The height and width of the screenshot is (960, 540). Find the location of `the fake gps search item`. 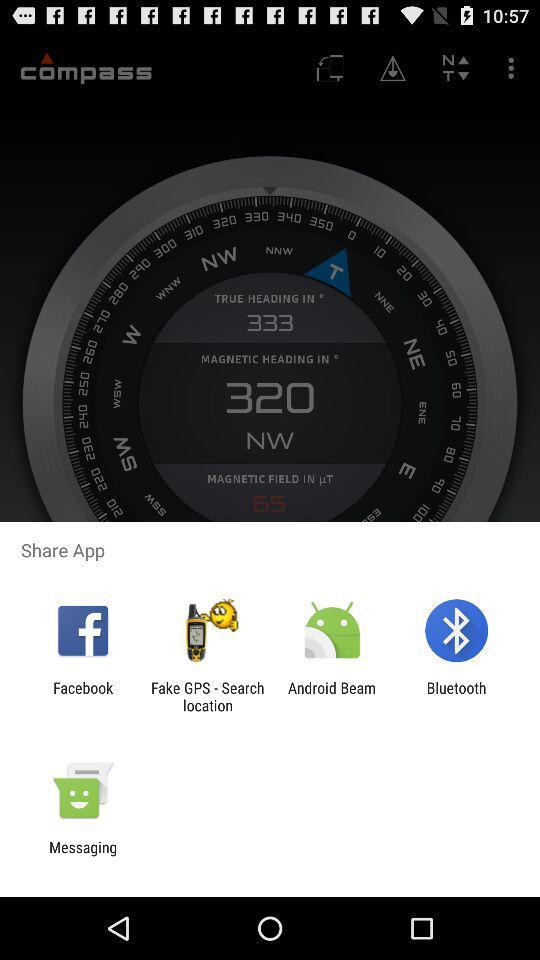

the fake gps search item is located at coordinates (206, 696).